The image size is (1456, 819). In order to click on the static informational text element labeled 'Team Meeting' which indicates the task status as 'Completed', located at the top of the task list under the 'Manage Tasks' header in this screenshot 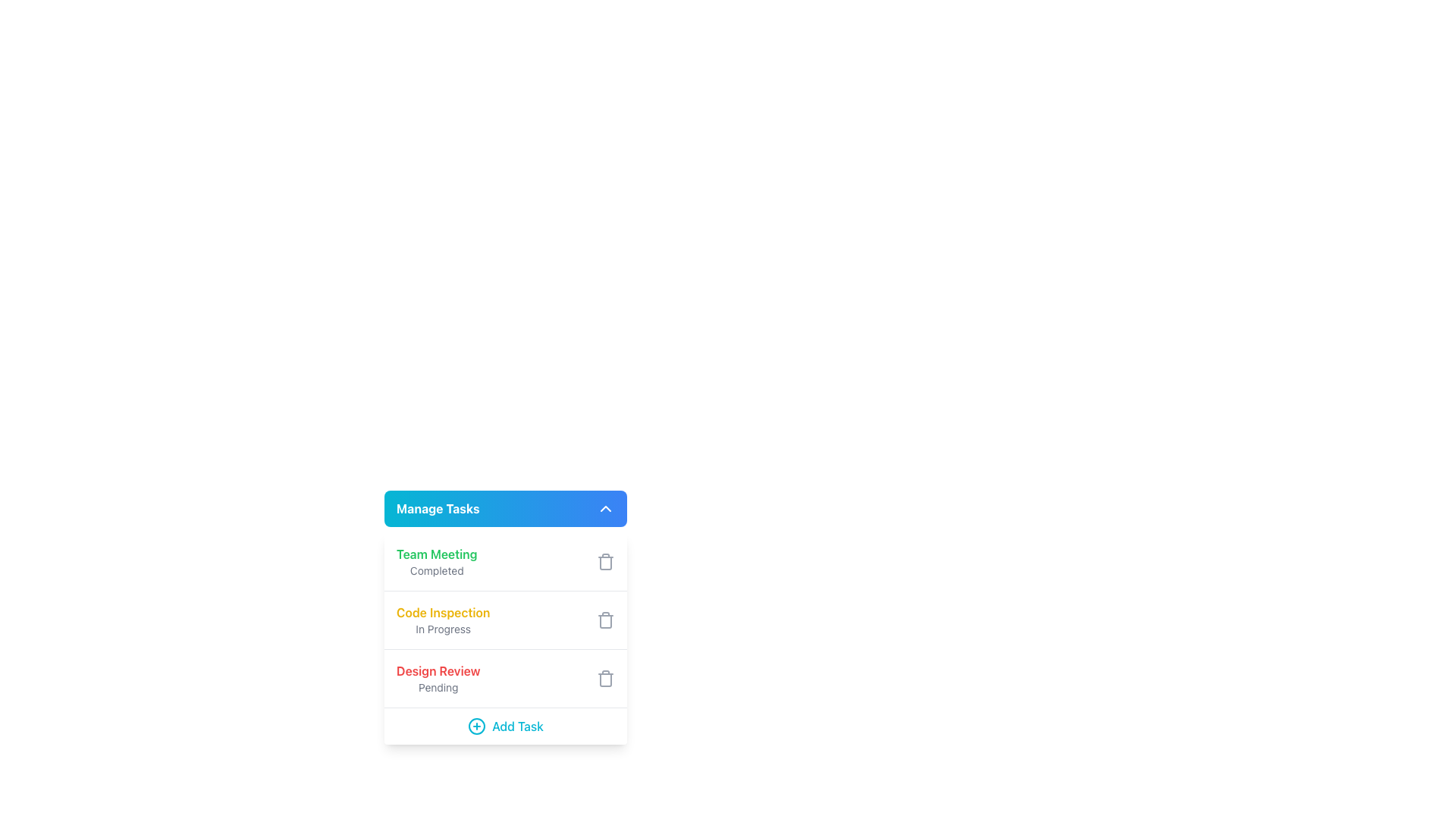, I will do `click(436, 561)`.